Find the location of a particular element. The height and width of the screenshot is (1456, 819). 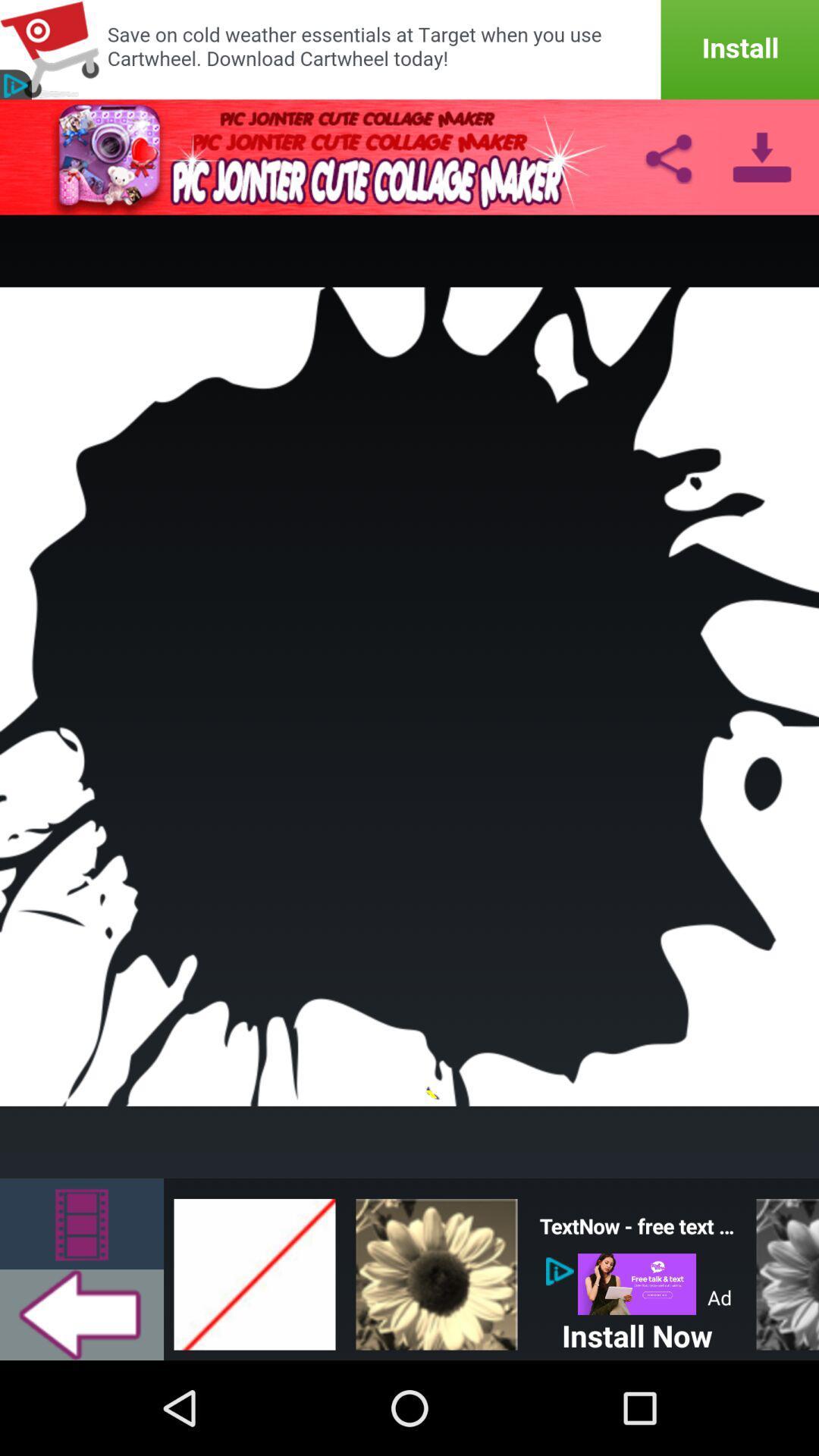

image is located at coordinates (436, 1269).